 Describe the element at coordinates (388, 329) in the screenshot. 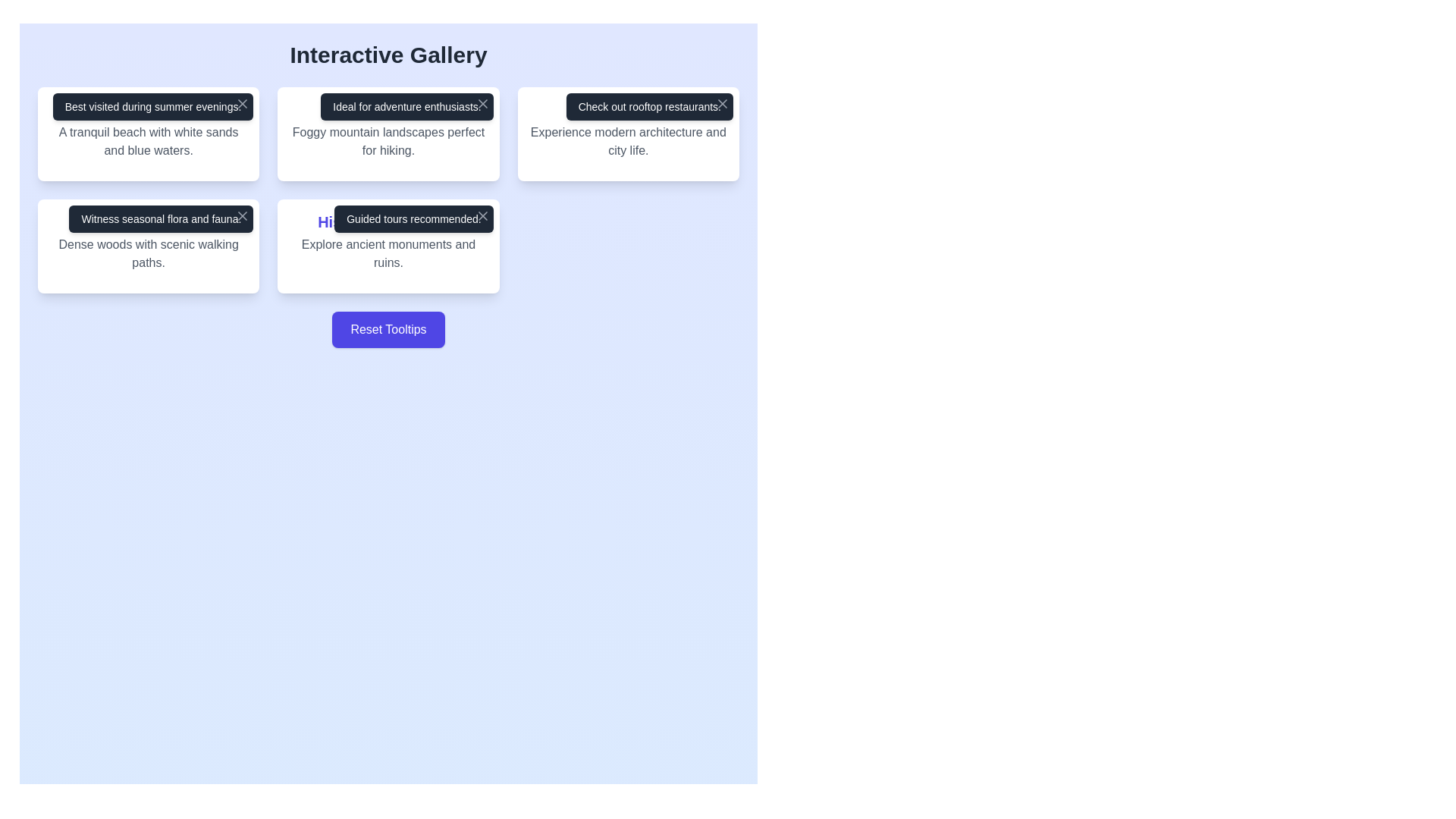

I see `the reset button located at the bottom of the gallery interface to observe the hover style changes` at that location.